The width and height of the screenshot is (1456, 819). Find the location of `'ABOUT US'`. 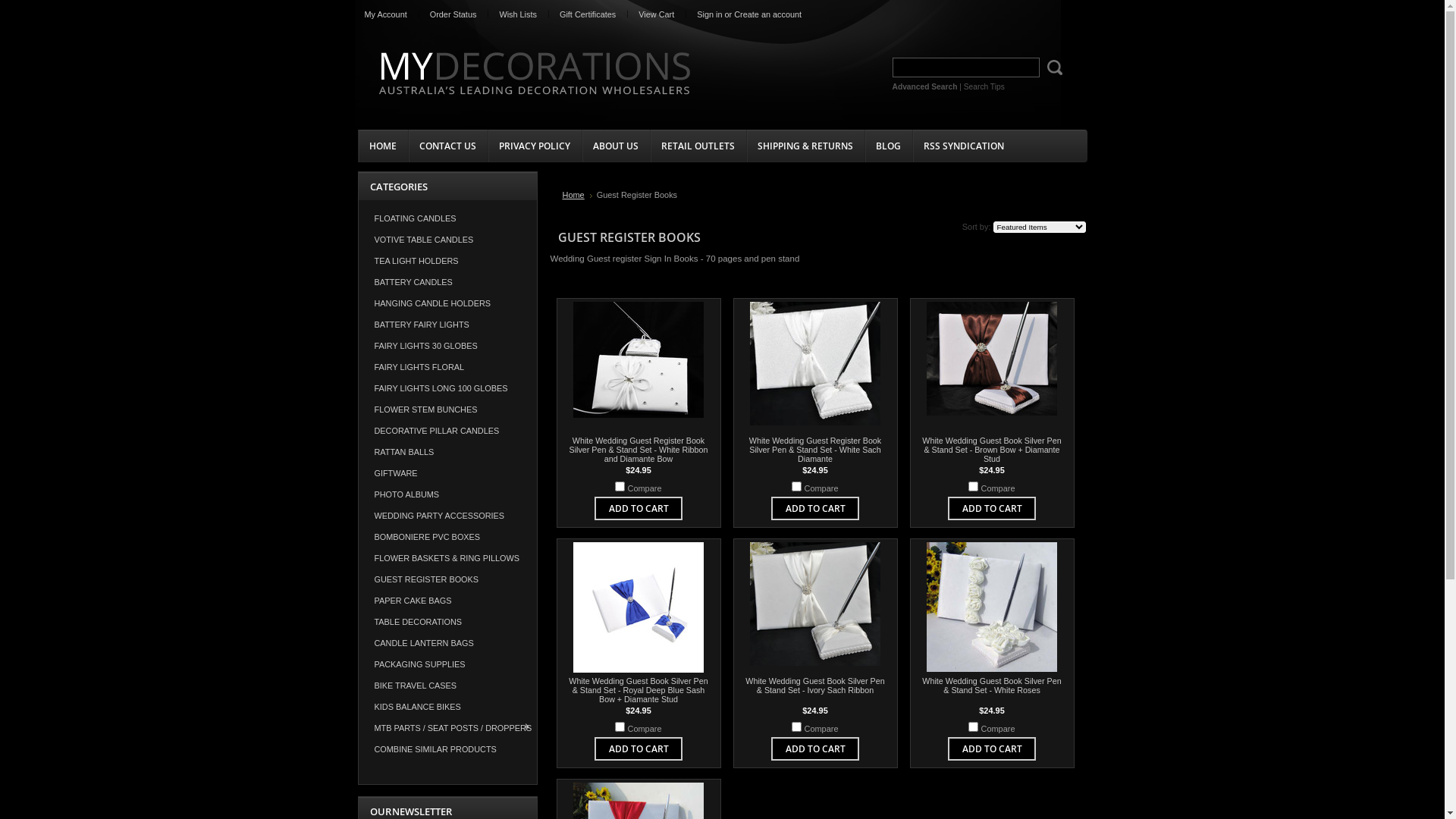

'ABOUT US' is located at coordinates (615, 146).